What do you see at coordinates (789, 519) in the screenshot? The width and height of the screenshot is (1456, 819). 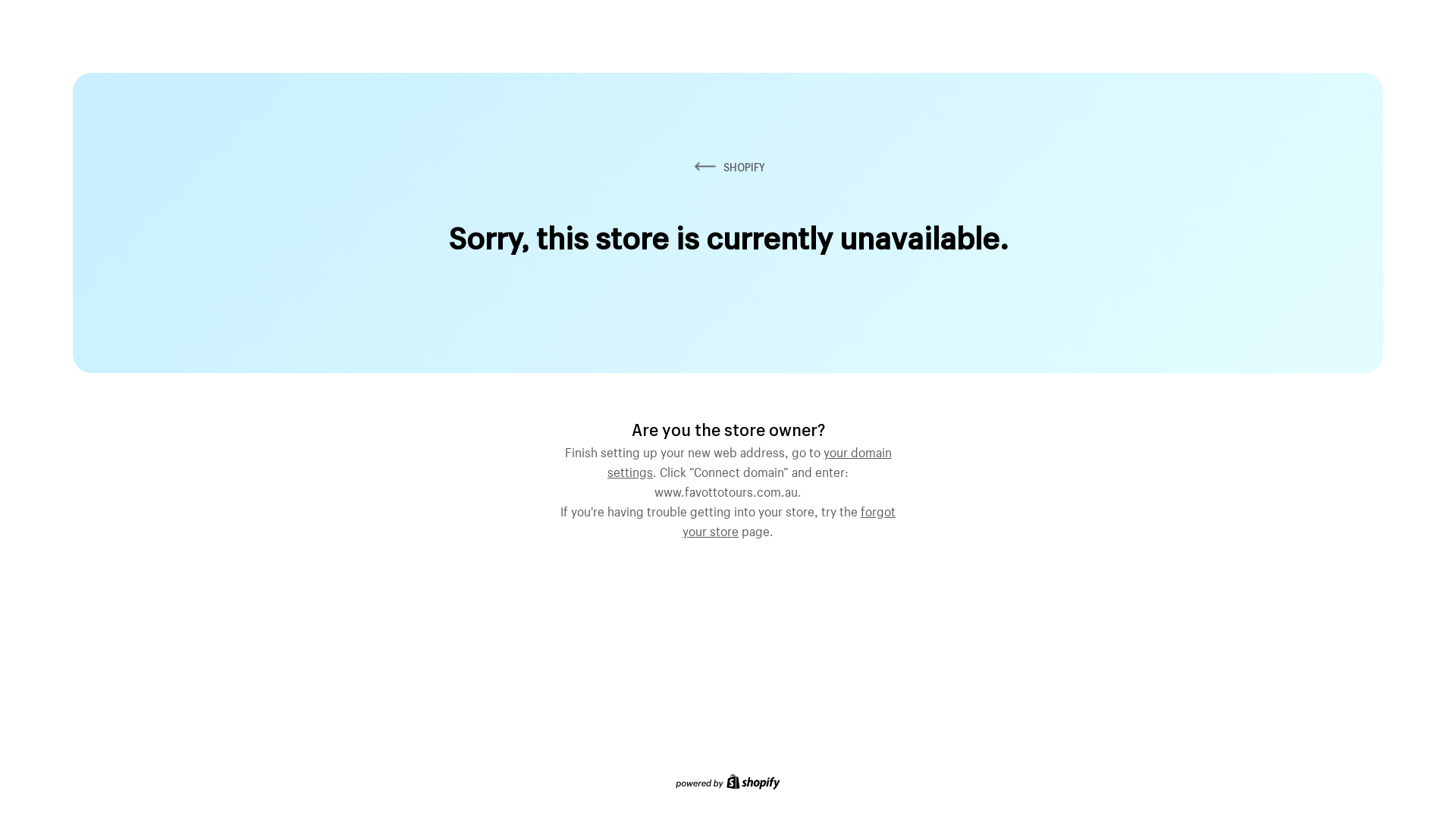 I see `'forgot your store'` at bounding box center [789, 519].